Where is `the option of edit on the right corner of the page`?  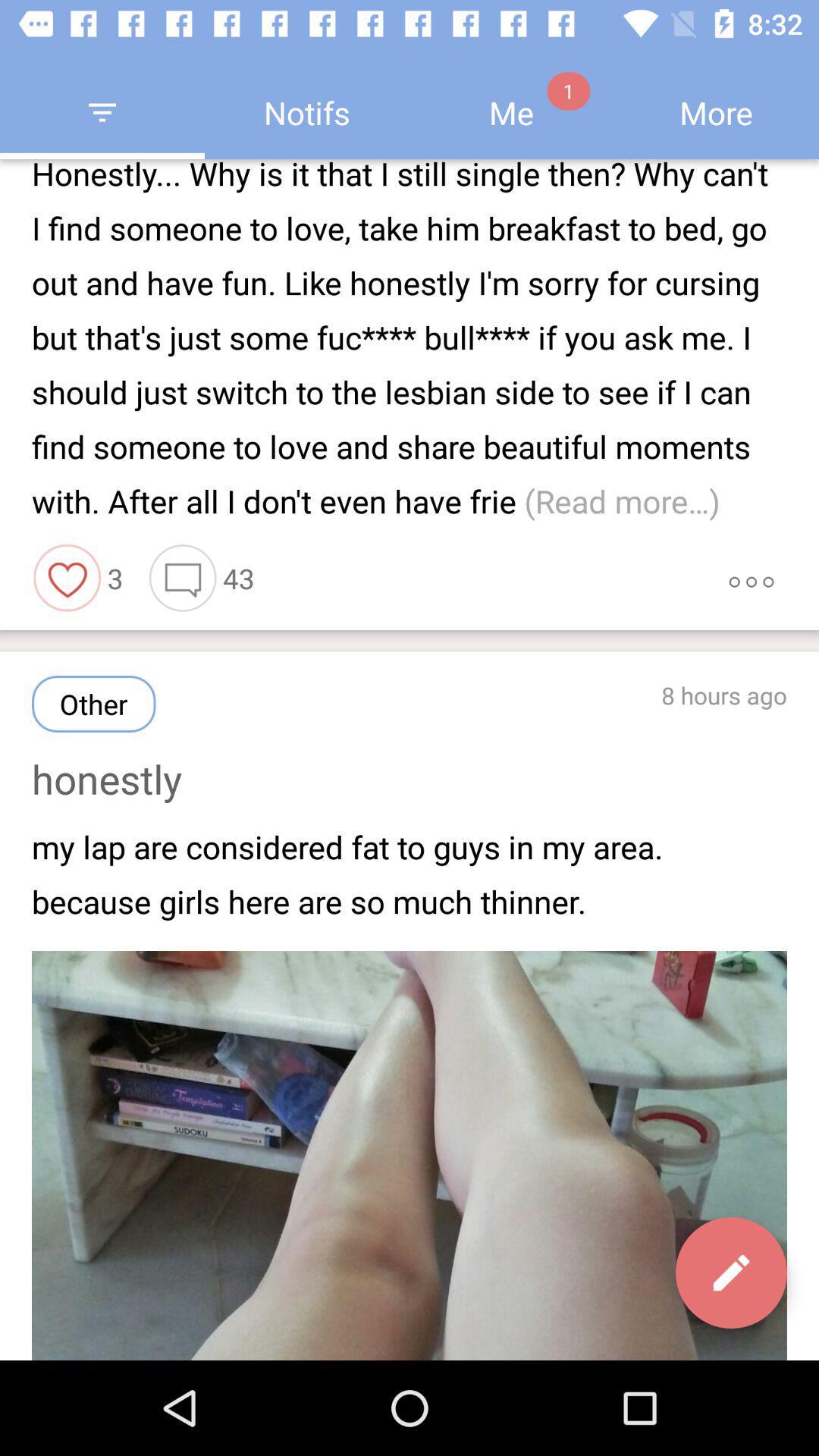 the option of edit on the right corner of the page is located at coordinates (730, 1272).